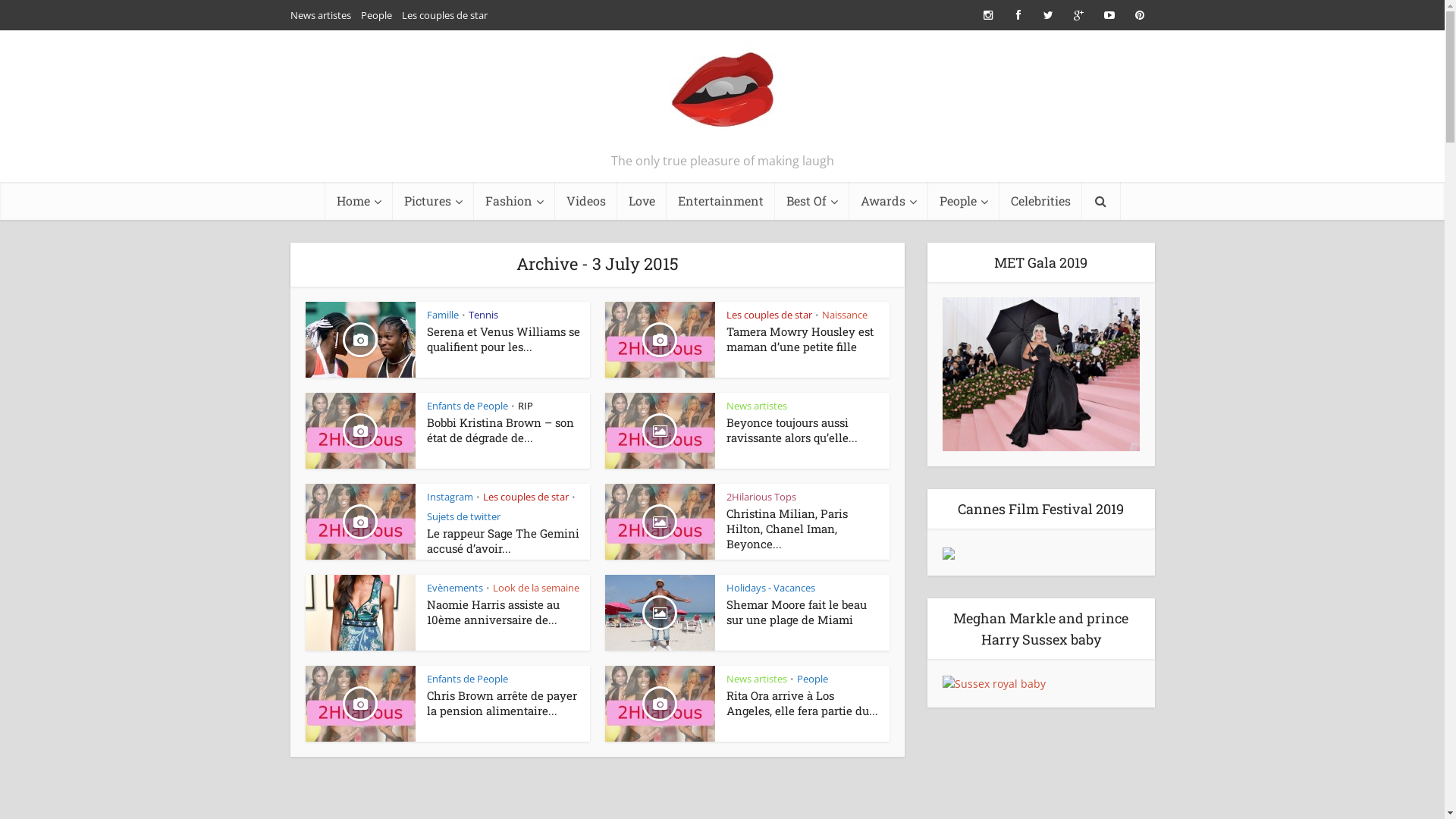  Describe the element at coordinates (720, 94) in the screenshot. I see `'2Hilarious.com'` at that location.